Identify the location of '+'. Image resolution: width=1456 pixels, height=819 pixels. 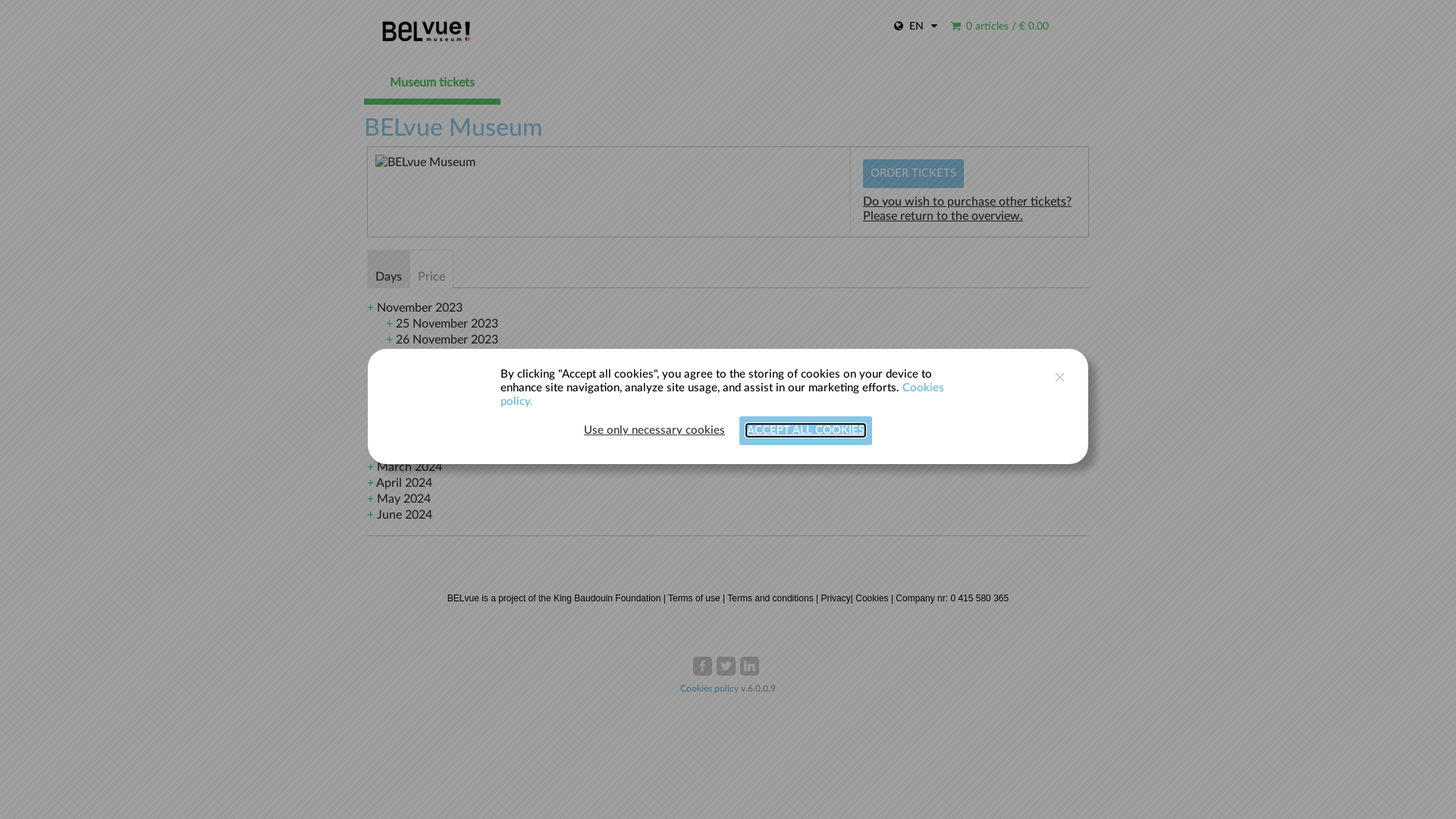
(389, 386).